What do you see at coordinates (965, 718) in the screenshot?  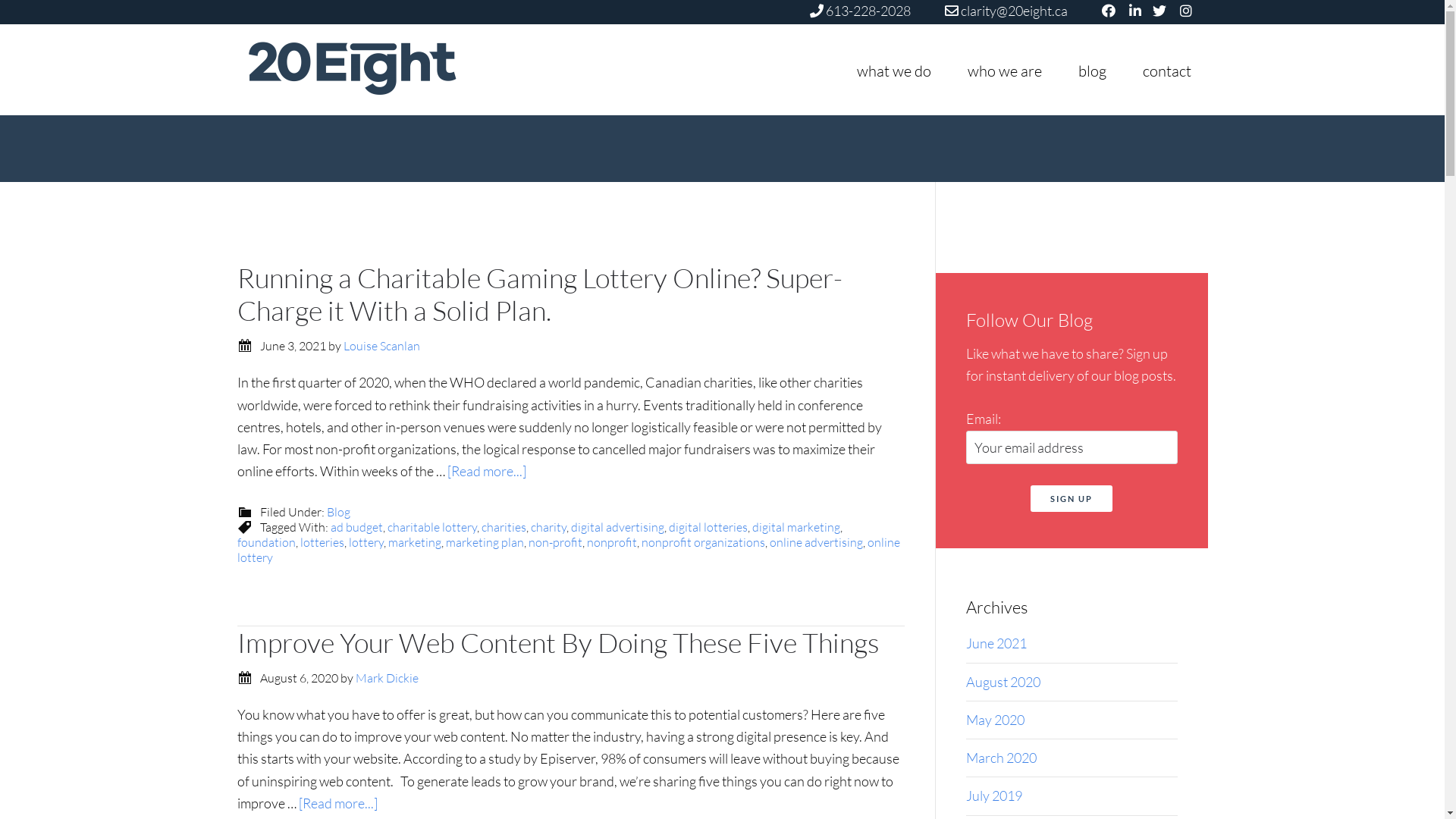 I see `'May 2020'` at bounding box center [965, 718].